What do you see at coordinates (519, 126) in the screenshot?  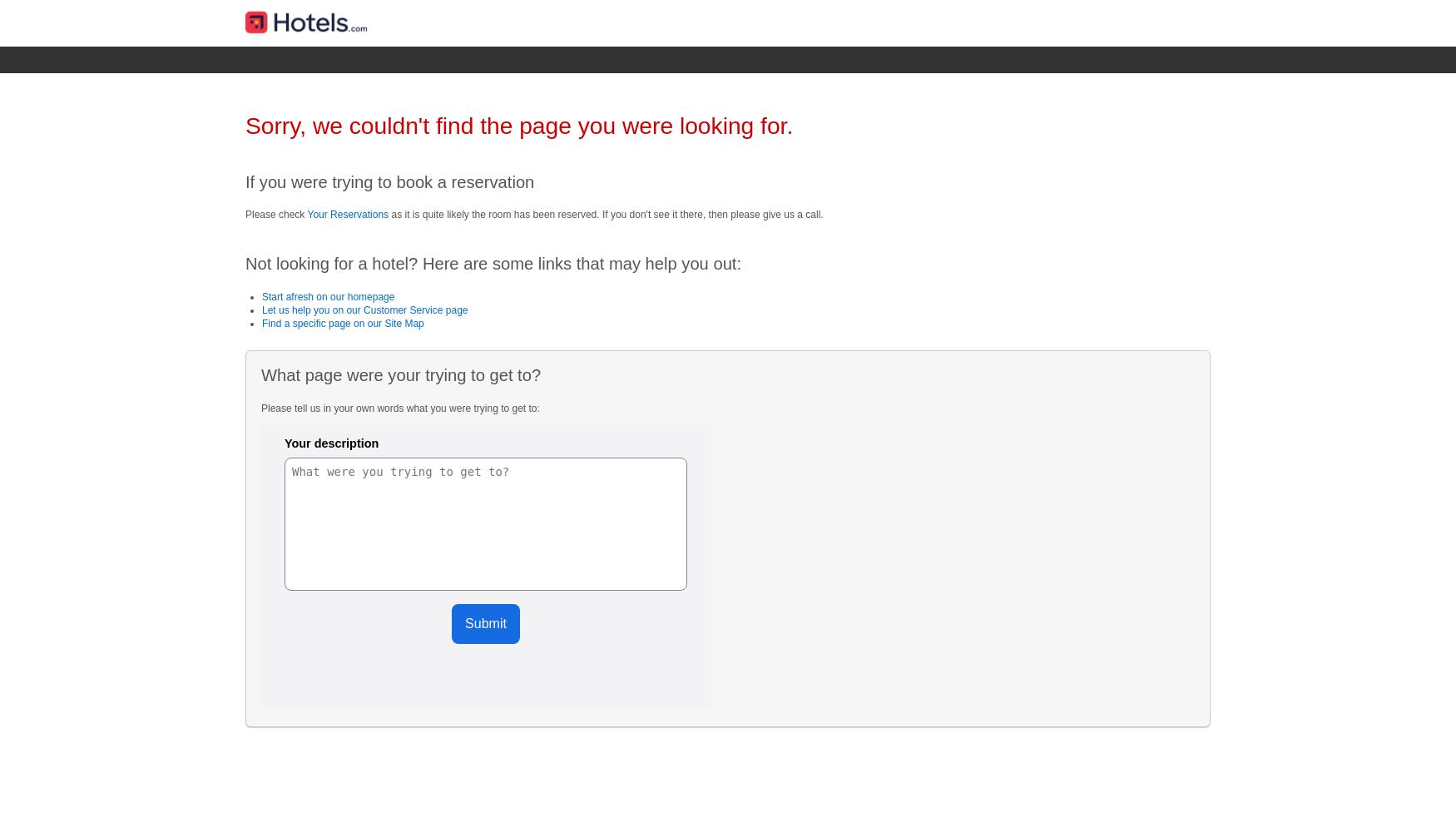 I see `'Sorry, we couldn't find the page you were looking for.'` at bounding box center [519, 126].